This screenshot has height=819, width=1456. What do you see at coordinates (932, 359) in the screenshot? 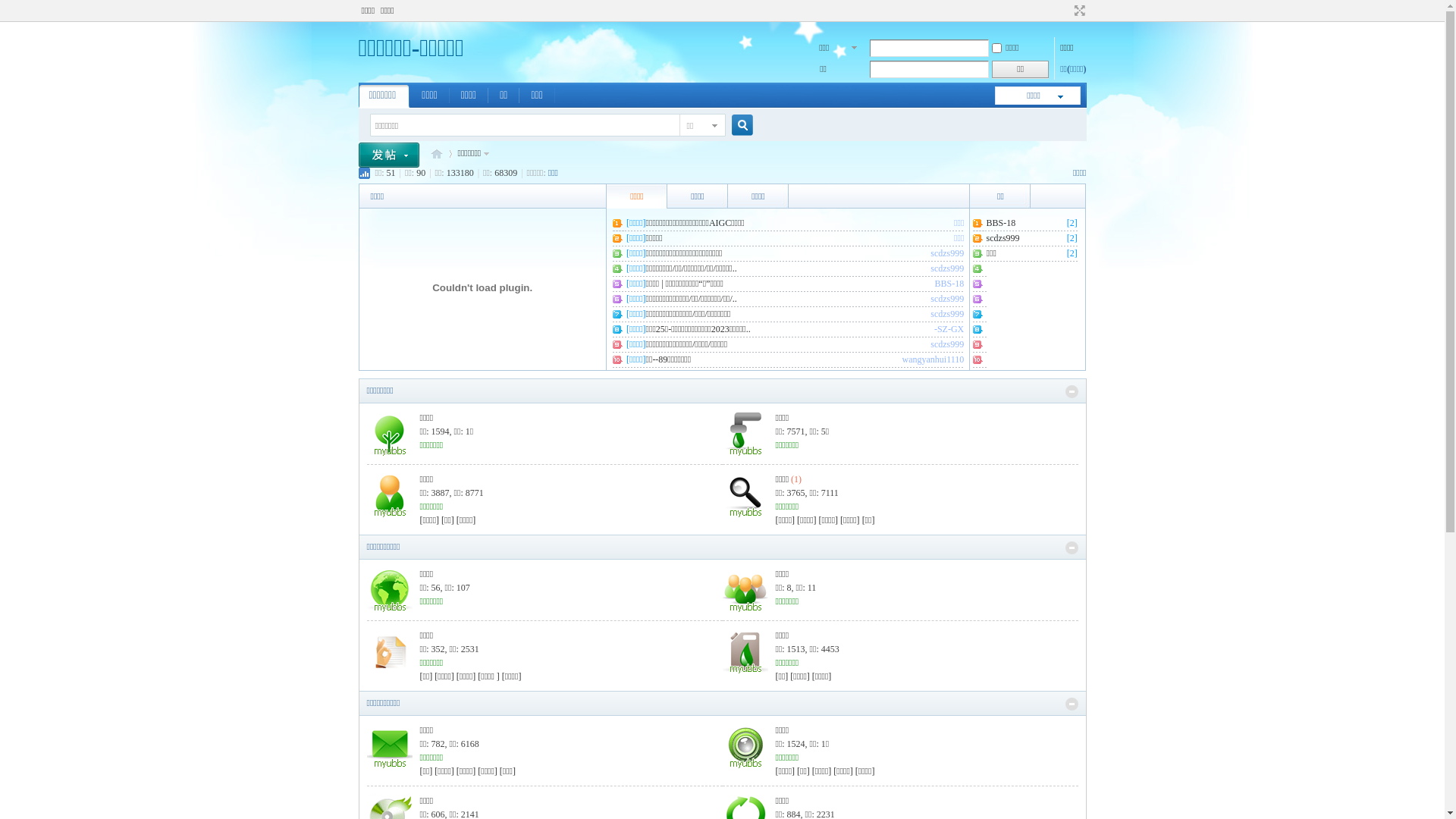
I see `'wangyanhui1110'` at bounding box center [932, 359].